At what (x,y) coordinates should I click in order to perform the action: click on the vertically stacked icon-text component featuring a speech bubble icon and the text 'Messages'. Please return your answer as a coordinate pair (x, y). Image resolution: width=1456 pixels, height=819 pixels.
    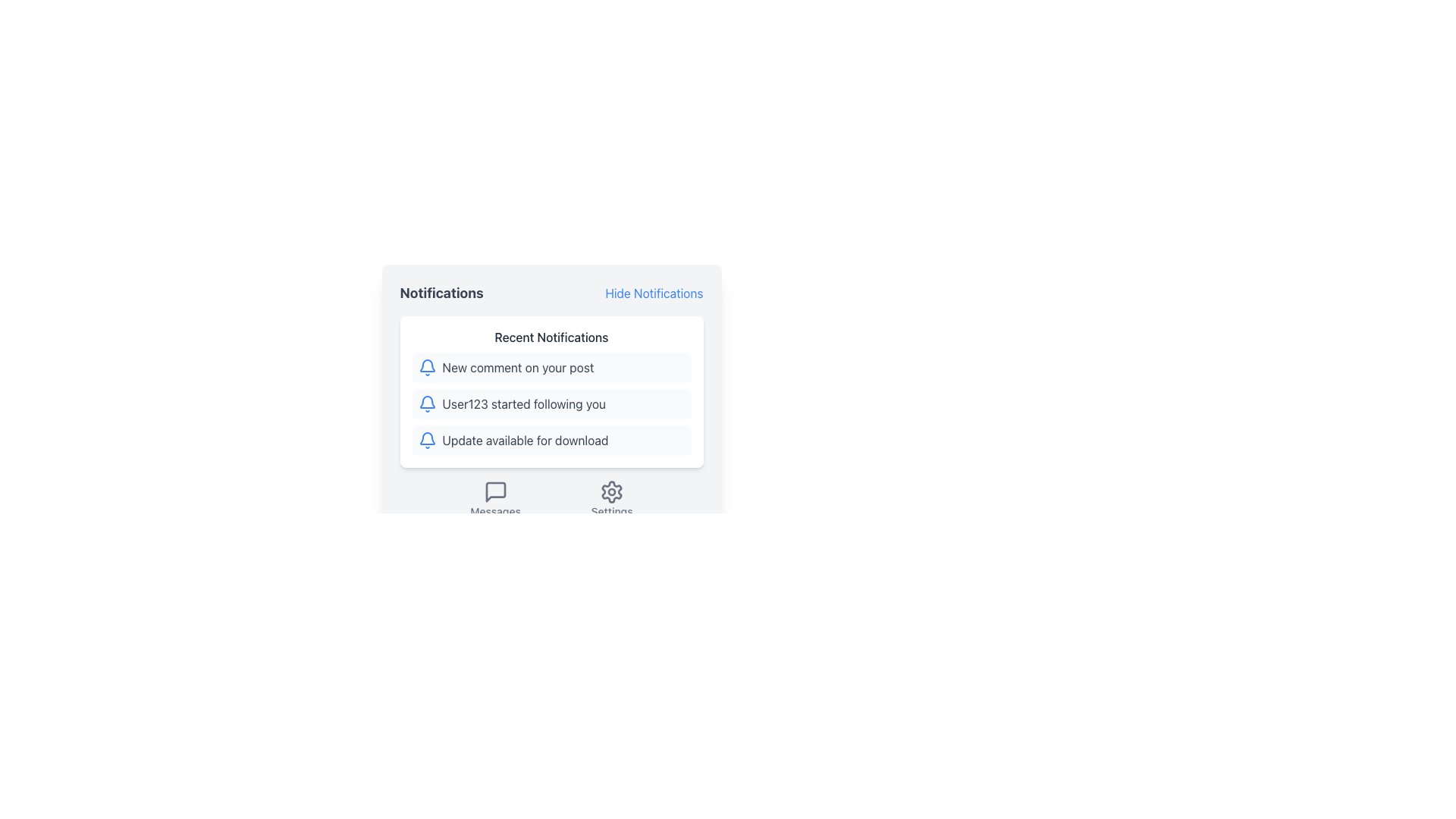
    Looking at the image, I should click on (495, 500).